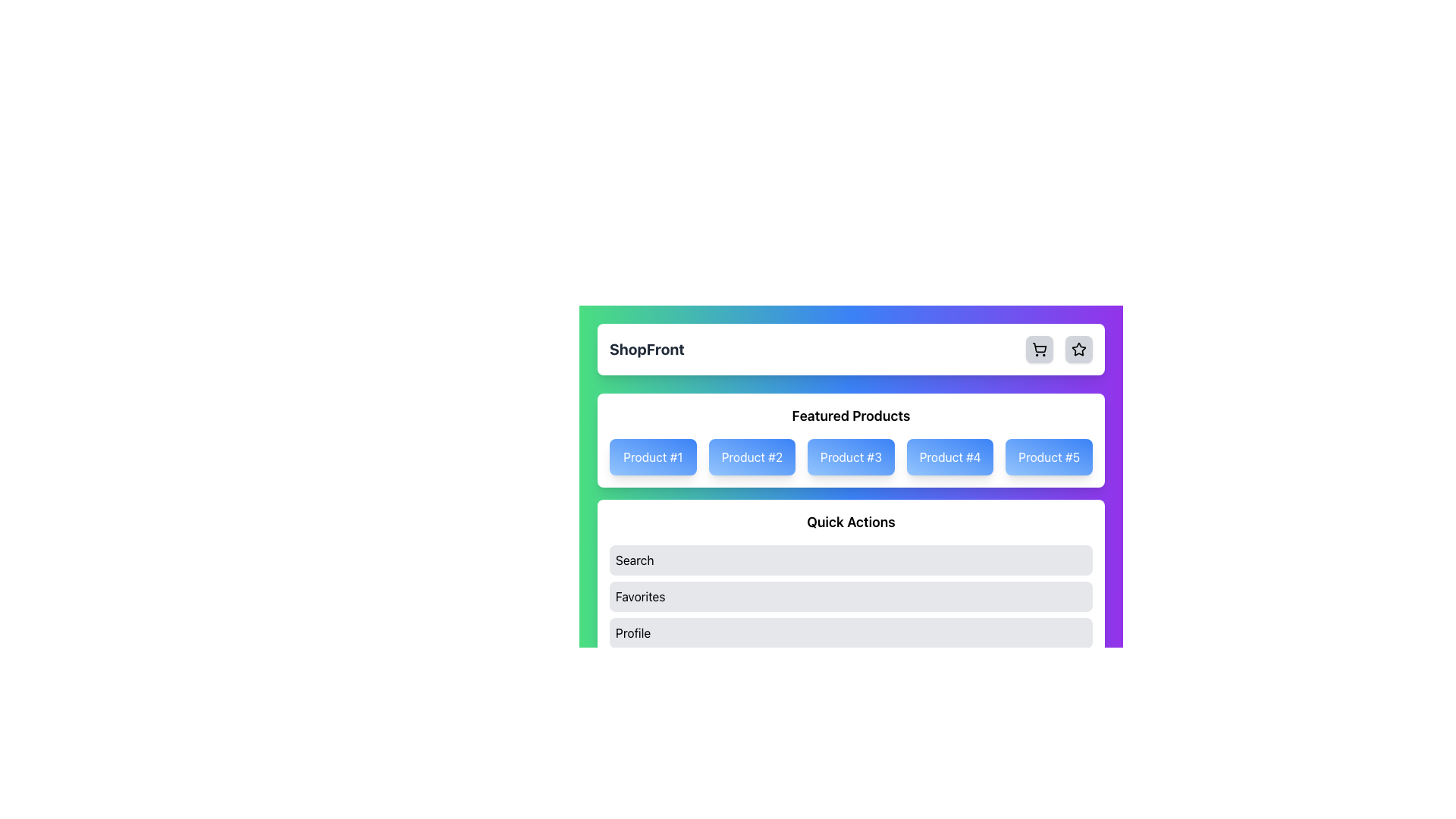 The width and height of the screenshot is (1456, 819). I want to click on the 'Search' button in the 'Quick Actions' section, so click(851, 560).